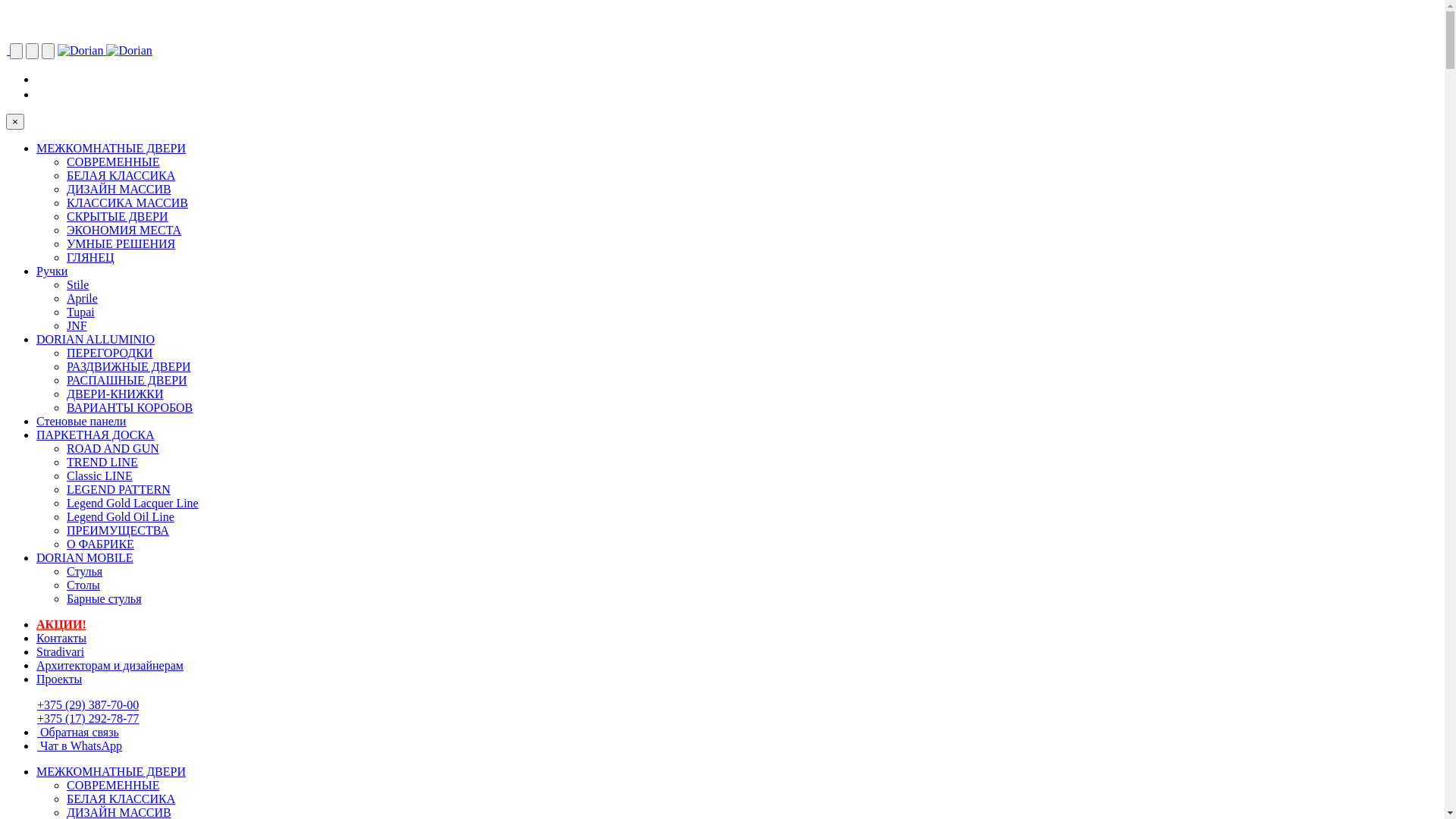 This screenshot has width=1456, height=819. Describe the element at coordinates (81, 298) in the screenshot. I see `'Aprile'` at that location.